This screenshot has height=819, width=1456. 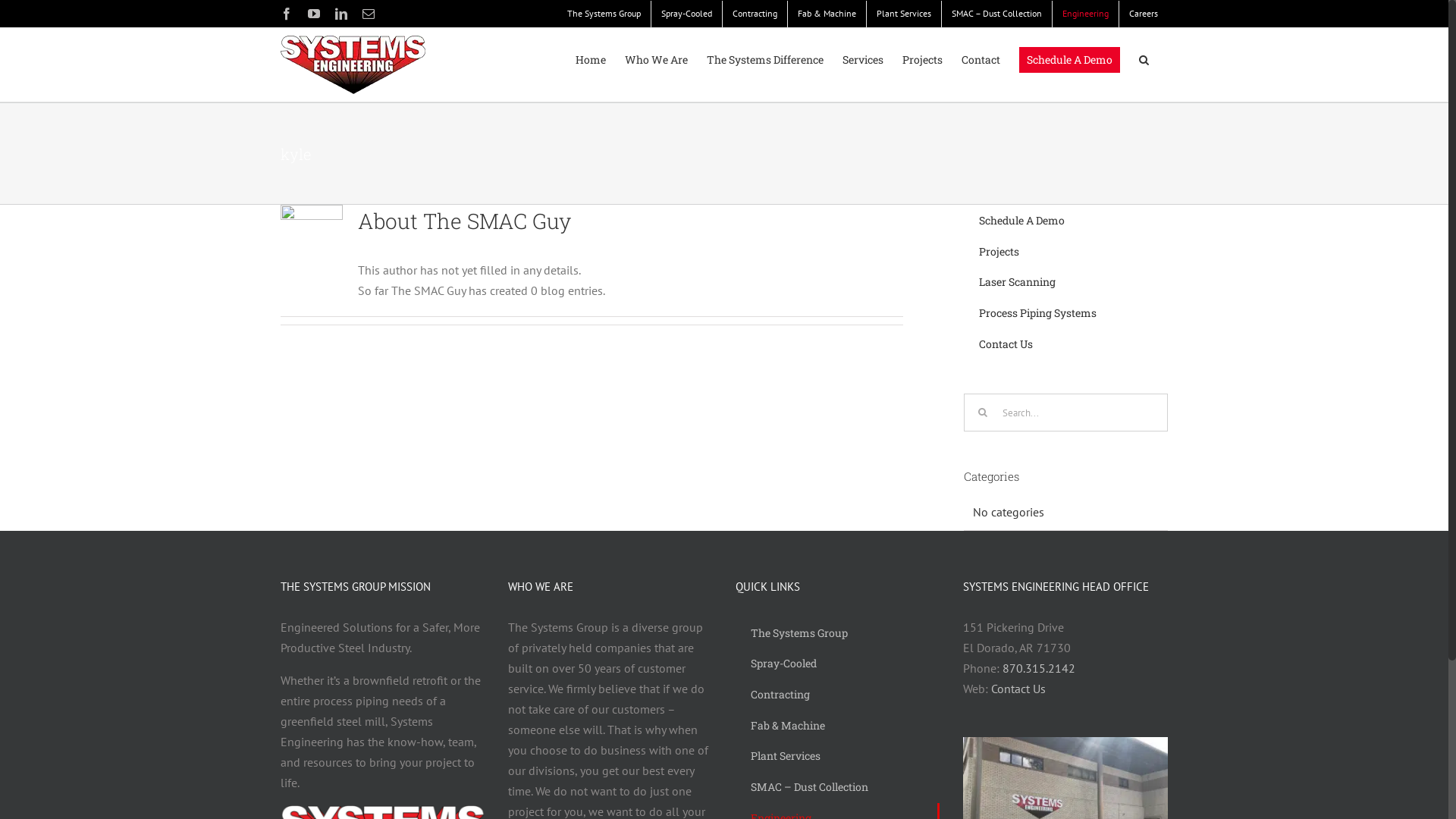 I want to click on 'Fab & Machine', so click(x=836, y=725).